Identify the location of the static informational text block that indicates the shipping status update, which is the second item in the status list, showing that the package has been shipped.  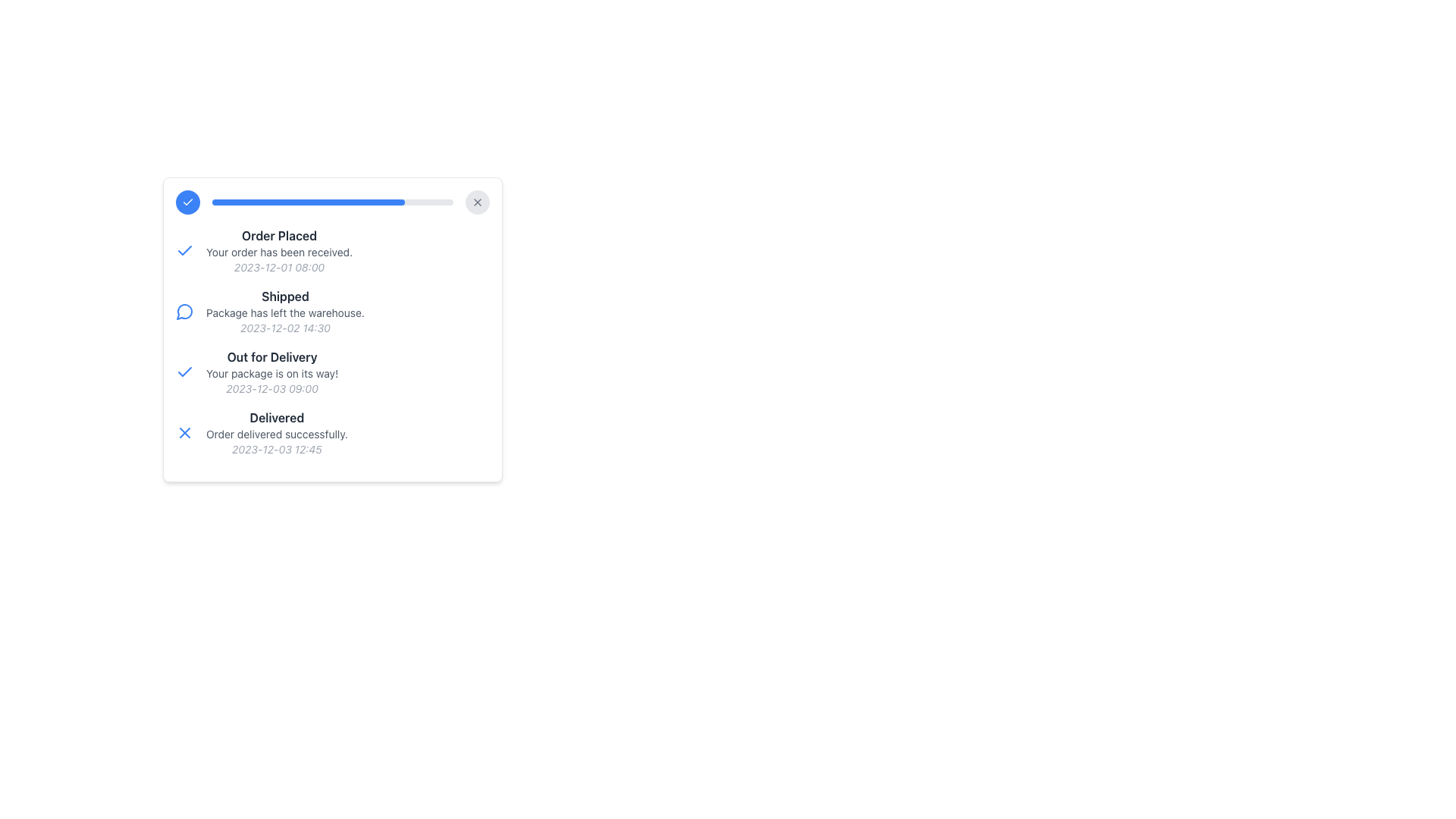
(331, 311).